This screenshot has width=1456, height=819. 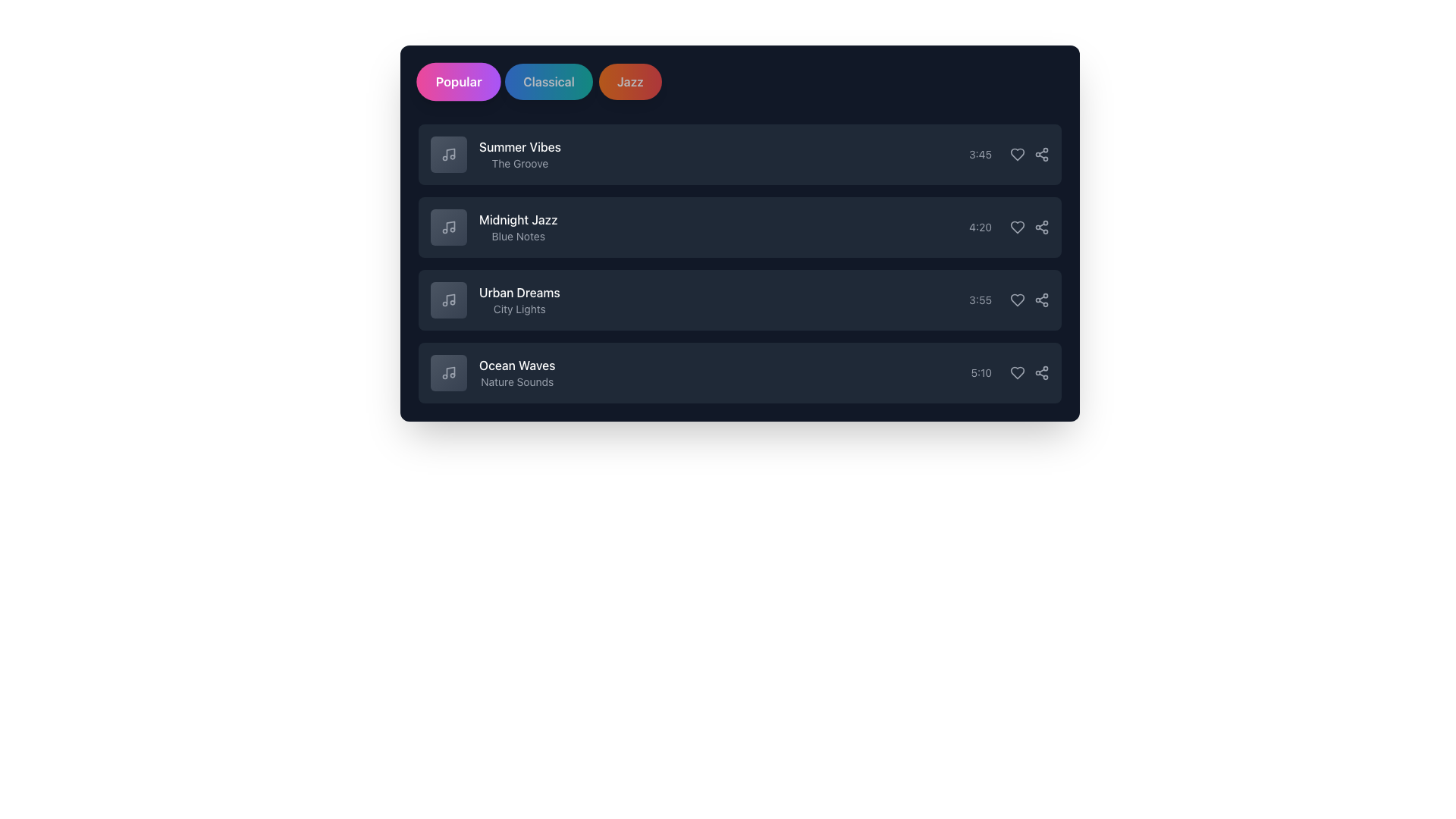 I want to click on the heart icon in the item row labeled 'Urban Dreams' to like the track, so click(x=1018, y=300).